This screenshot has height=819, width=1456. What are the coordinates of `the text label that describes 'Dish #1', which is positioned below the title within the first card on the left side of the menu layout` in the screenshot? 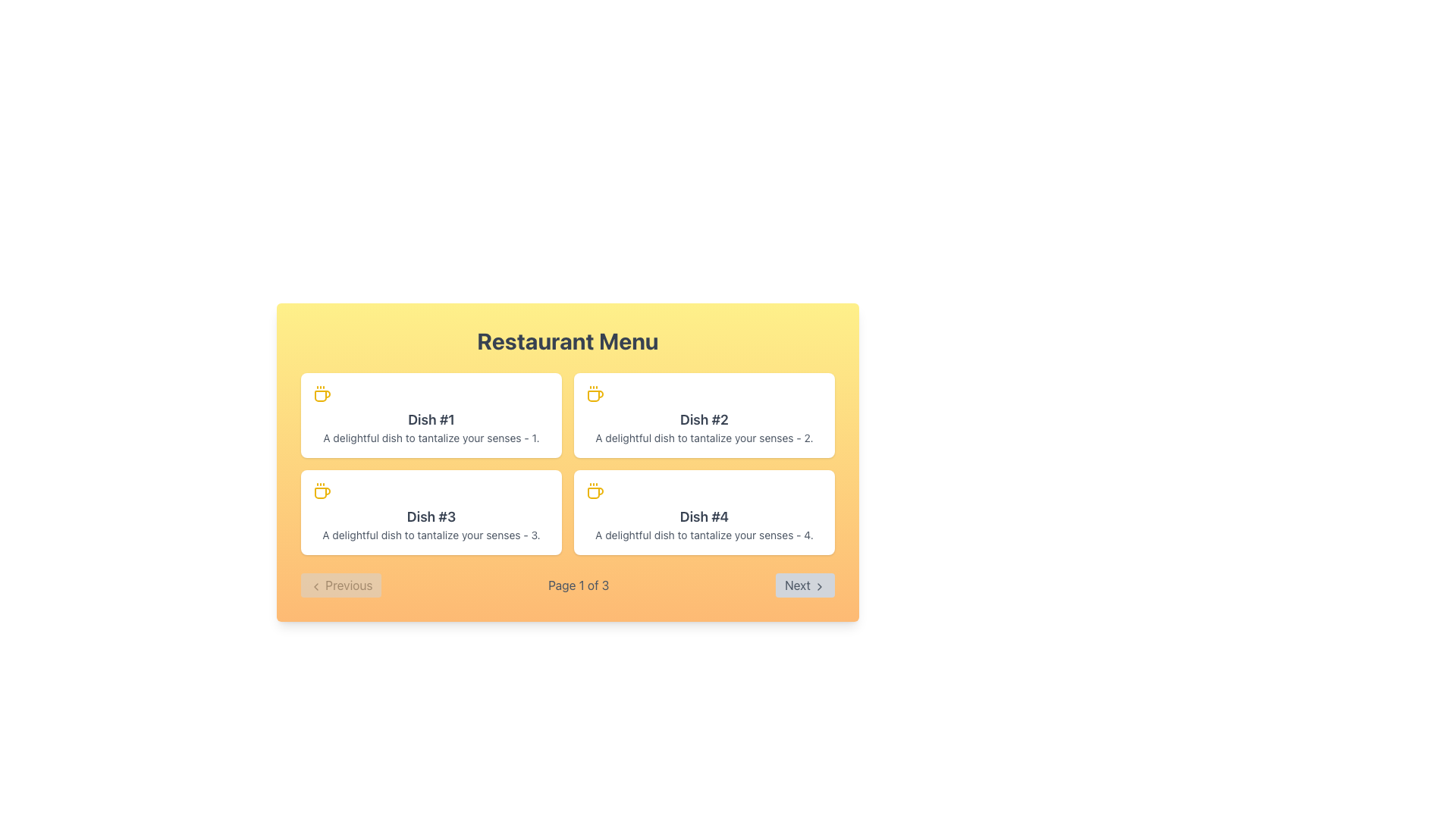 It's located at (431, 438).